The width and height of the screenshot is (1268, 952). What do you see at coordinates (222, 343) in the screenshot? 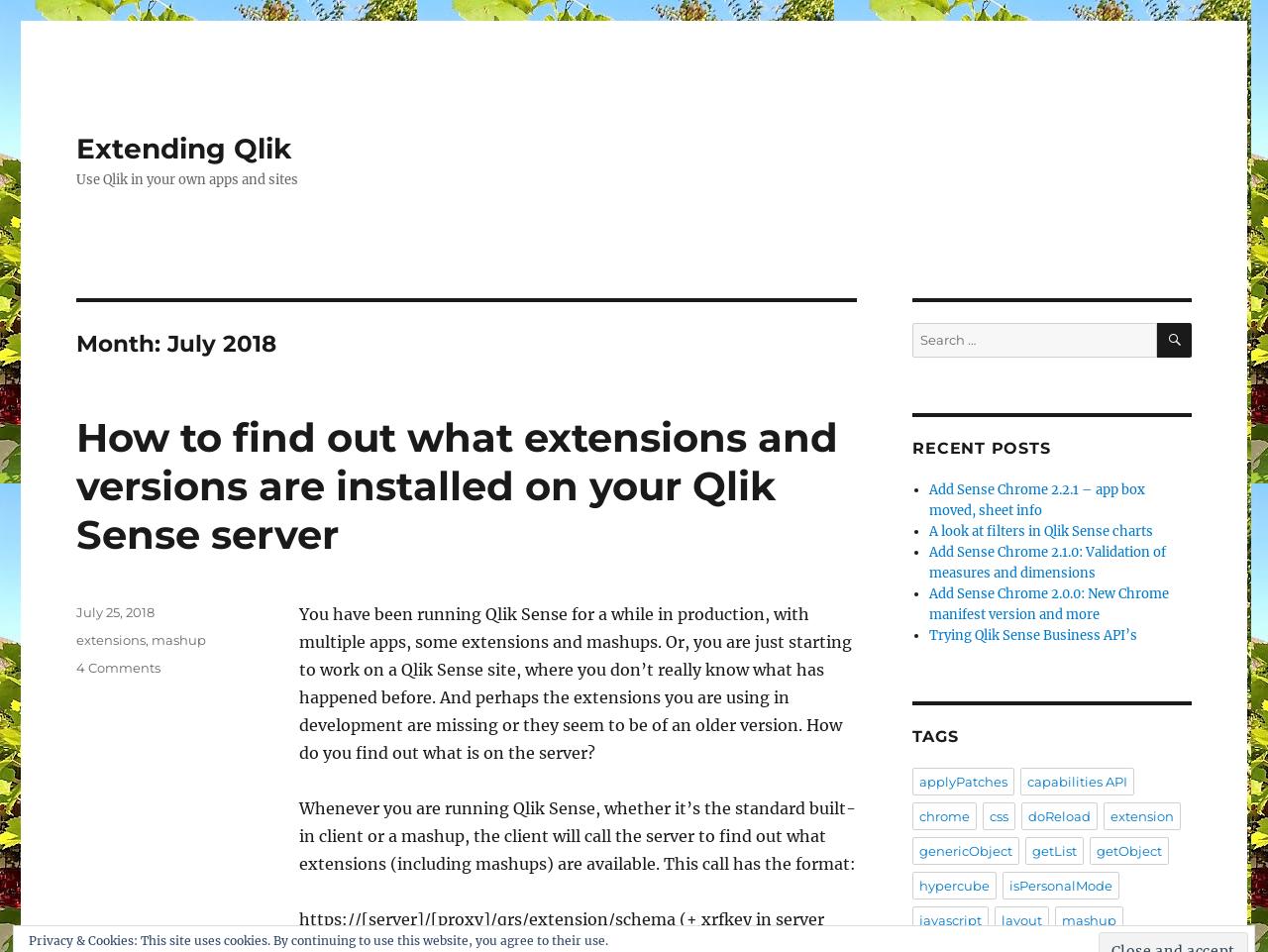
I see `'July 2018'` at bounding box center [222, 343].